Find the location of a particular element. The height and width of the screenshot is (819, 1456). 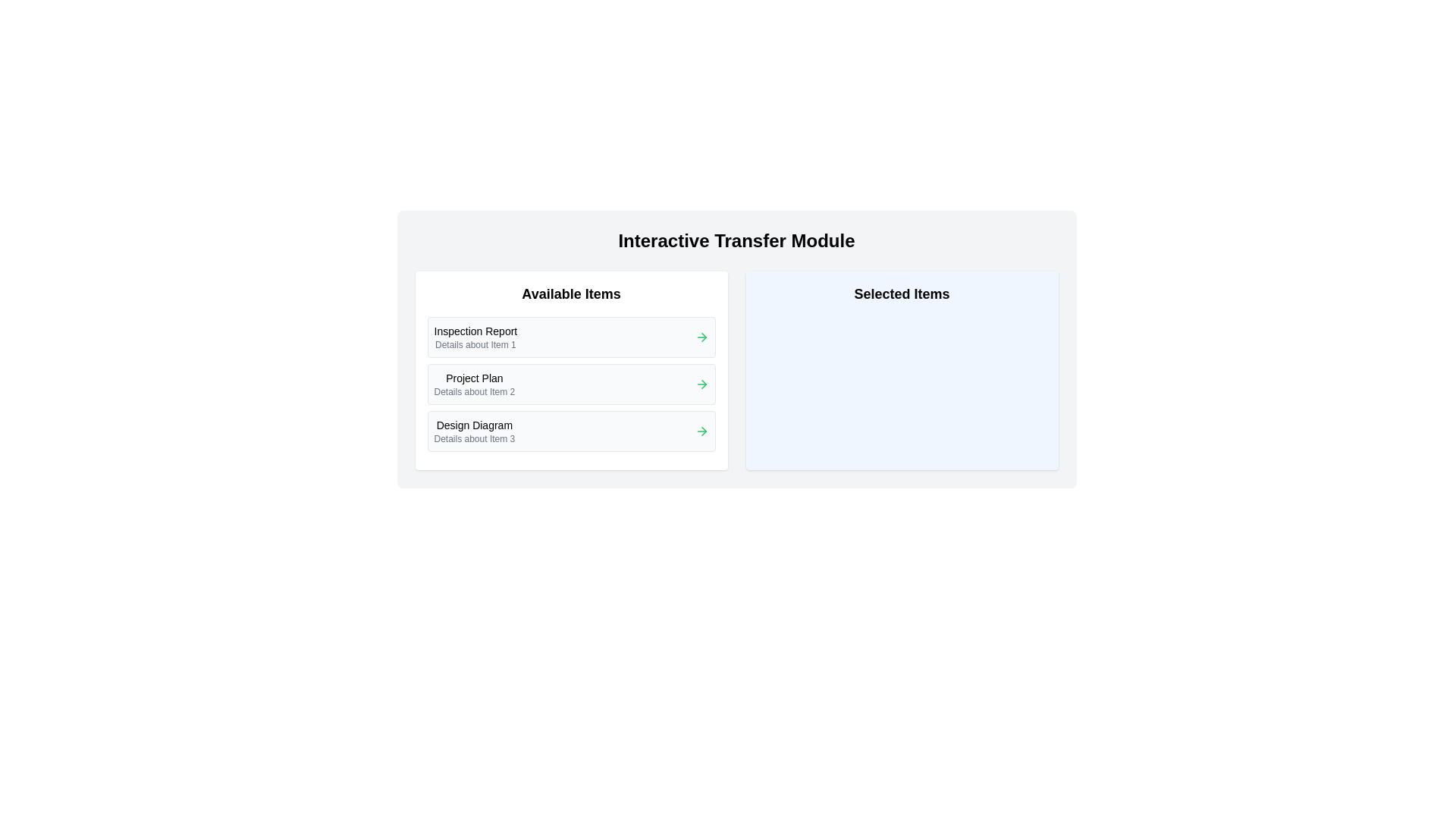

the first list item labeled 'Inspection Report' is located at coordinates (570, 336).